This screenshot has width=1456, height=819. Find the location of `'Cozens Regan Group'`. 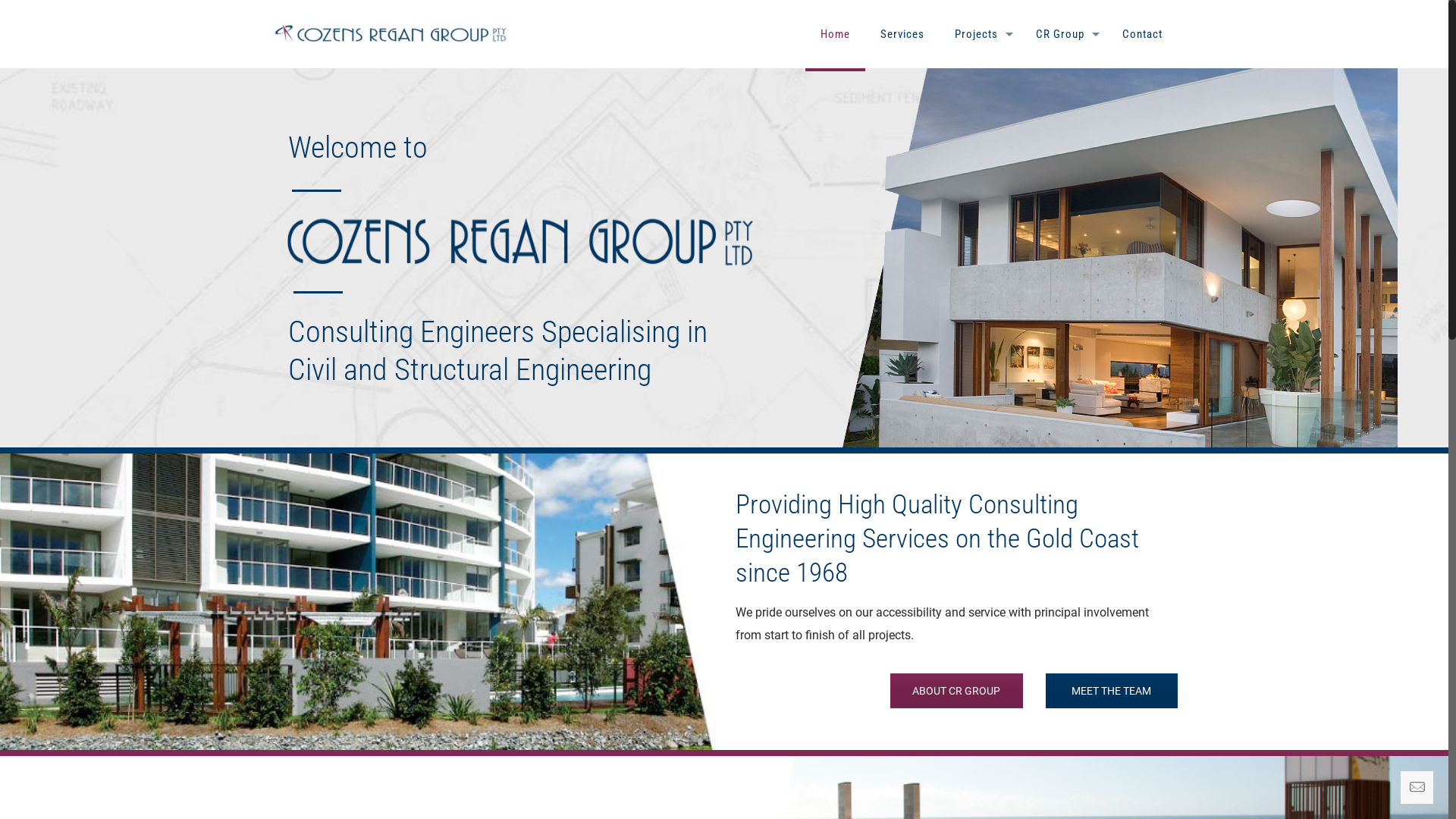

'Cozens Regan Group' is located at coordinates (391, 34).